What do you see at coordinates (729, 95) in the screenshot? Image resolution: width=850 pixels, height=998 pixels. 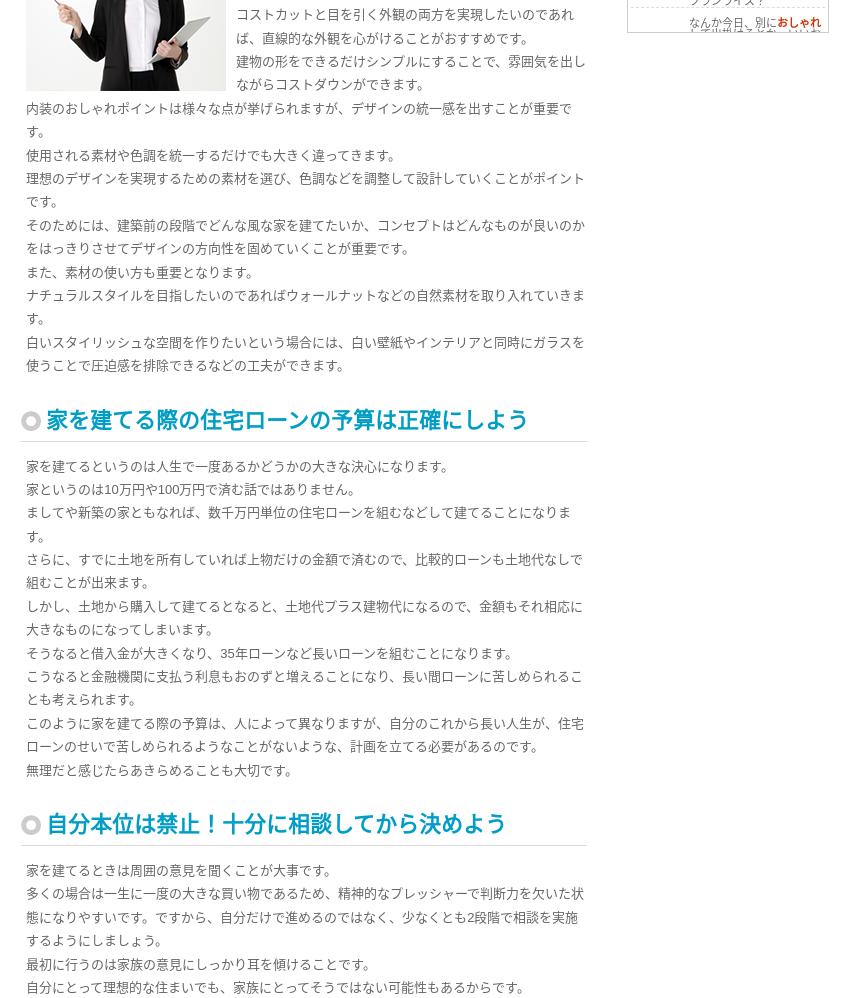 I see `'> 家を建てる前には住宅ローンについて理解を深めておこう'` at bounding box center [729, 95].